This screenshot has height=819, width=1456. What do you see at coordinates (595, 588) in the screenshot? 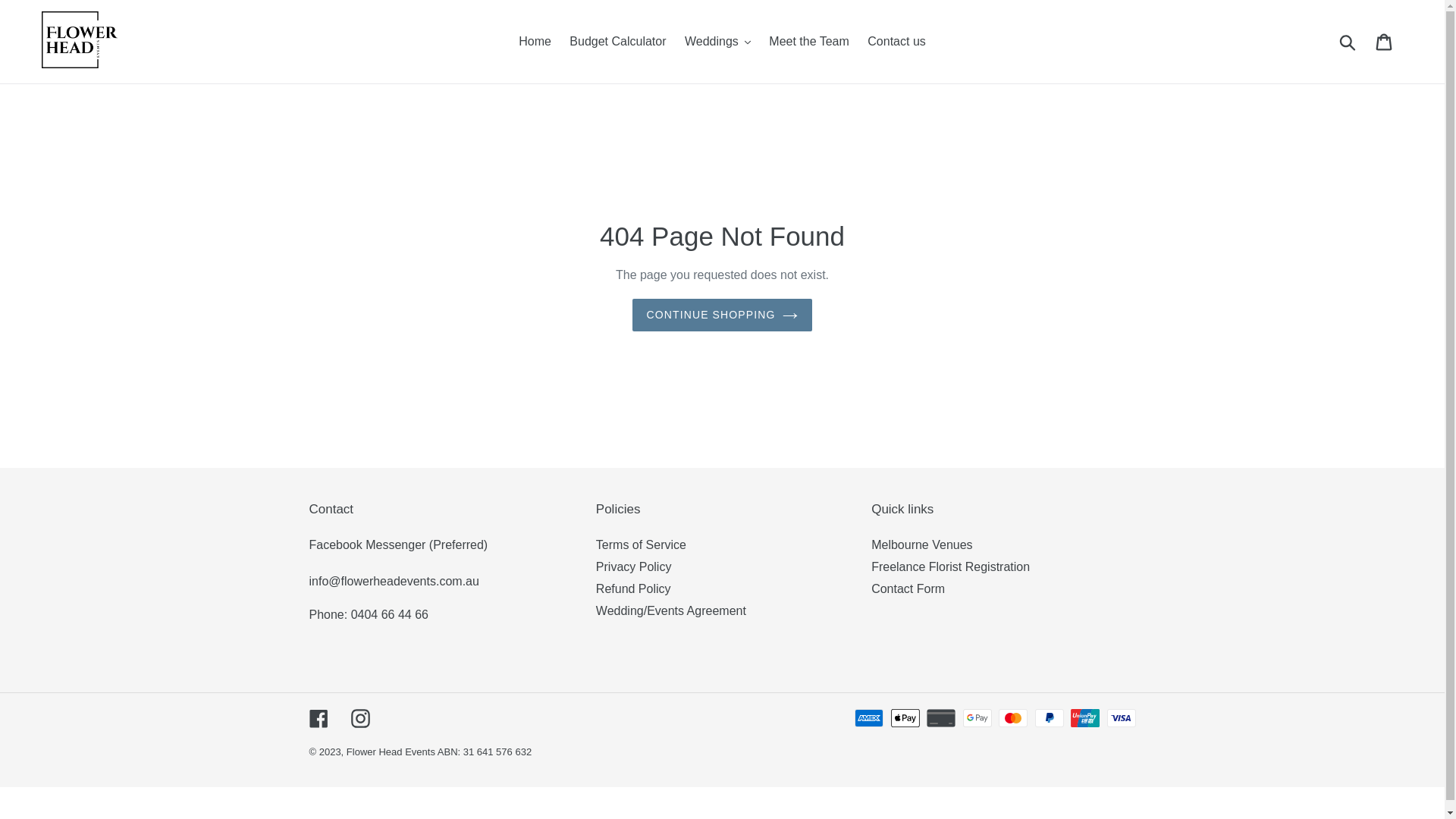
I see `'Refund Policy'` at bounding box center [595, 588].